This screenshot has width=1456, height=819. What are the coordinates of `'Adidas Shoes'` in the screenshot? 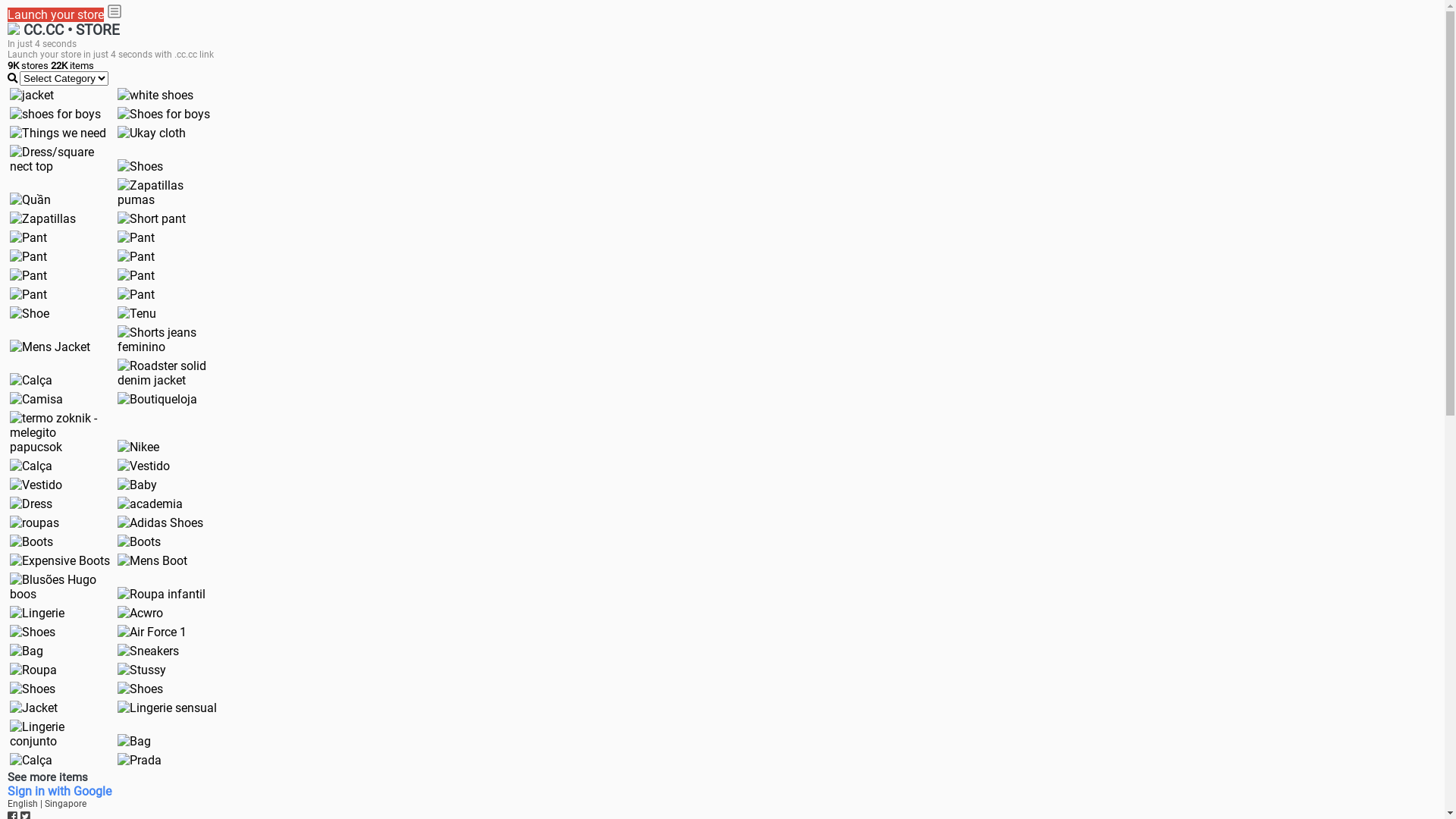 It's located at (160, 522).